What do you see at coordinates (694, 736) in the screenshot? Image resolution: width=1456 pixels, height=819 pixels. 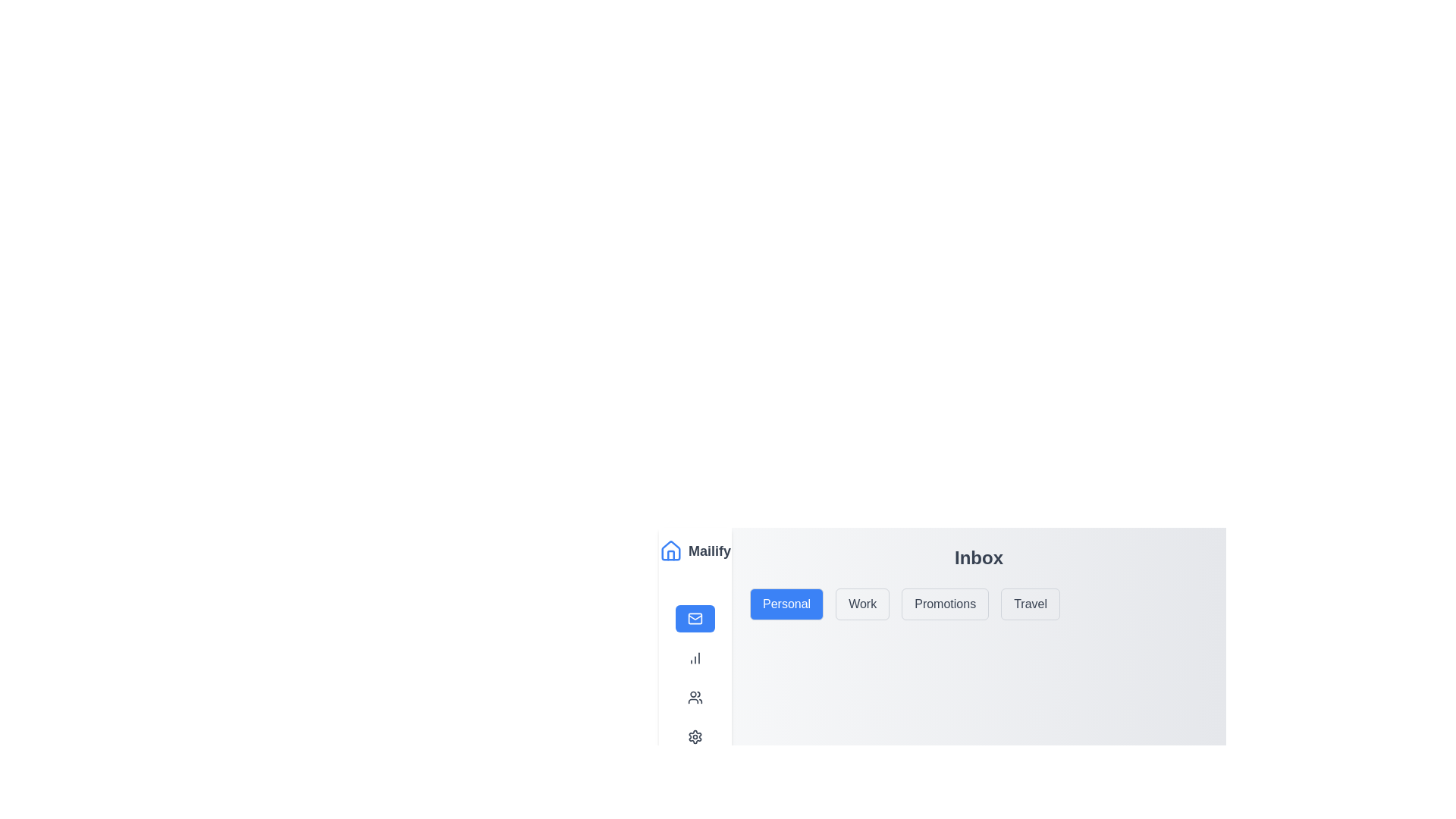 I see `the cogwheel-shaped icon representing the settings menu located at the bottom of the vertical navigation bar` at bounding box center [694, 736].